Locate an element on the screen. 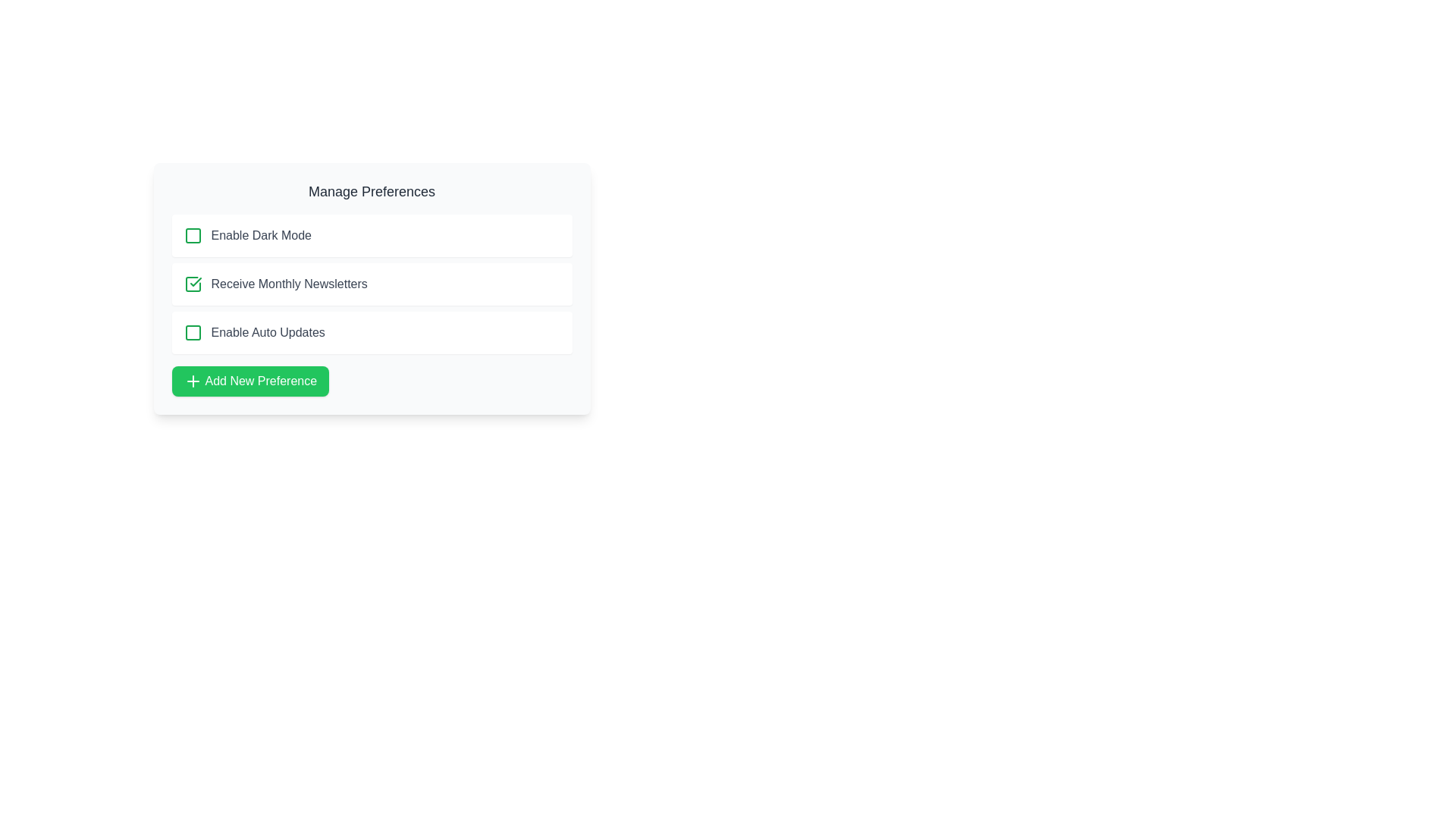 The height and width of the screenshot is (819, 1456). the interactive checkbox for 'Enable Auto Updates' is located at coordinates (192, 332).